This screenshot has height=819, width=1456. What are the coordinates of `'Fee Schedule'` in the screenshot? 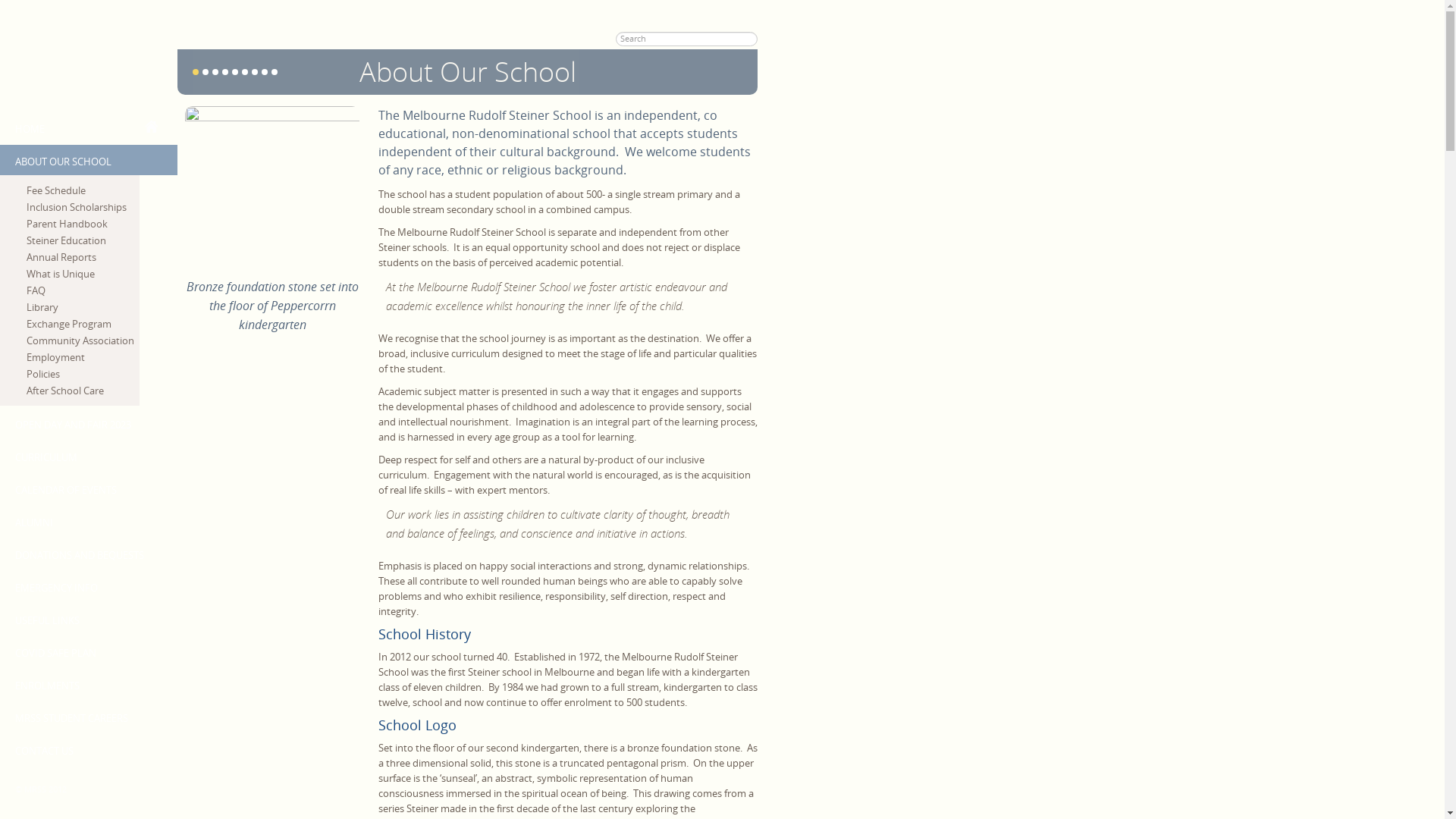 It's located at (82, 189).